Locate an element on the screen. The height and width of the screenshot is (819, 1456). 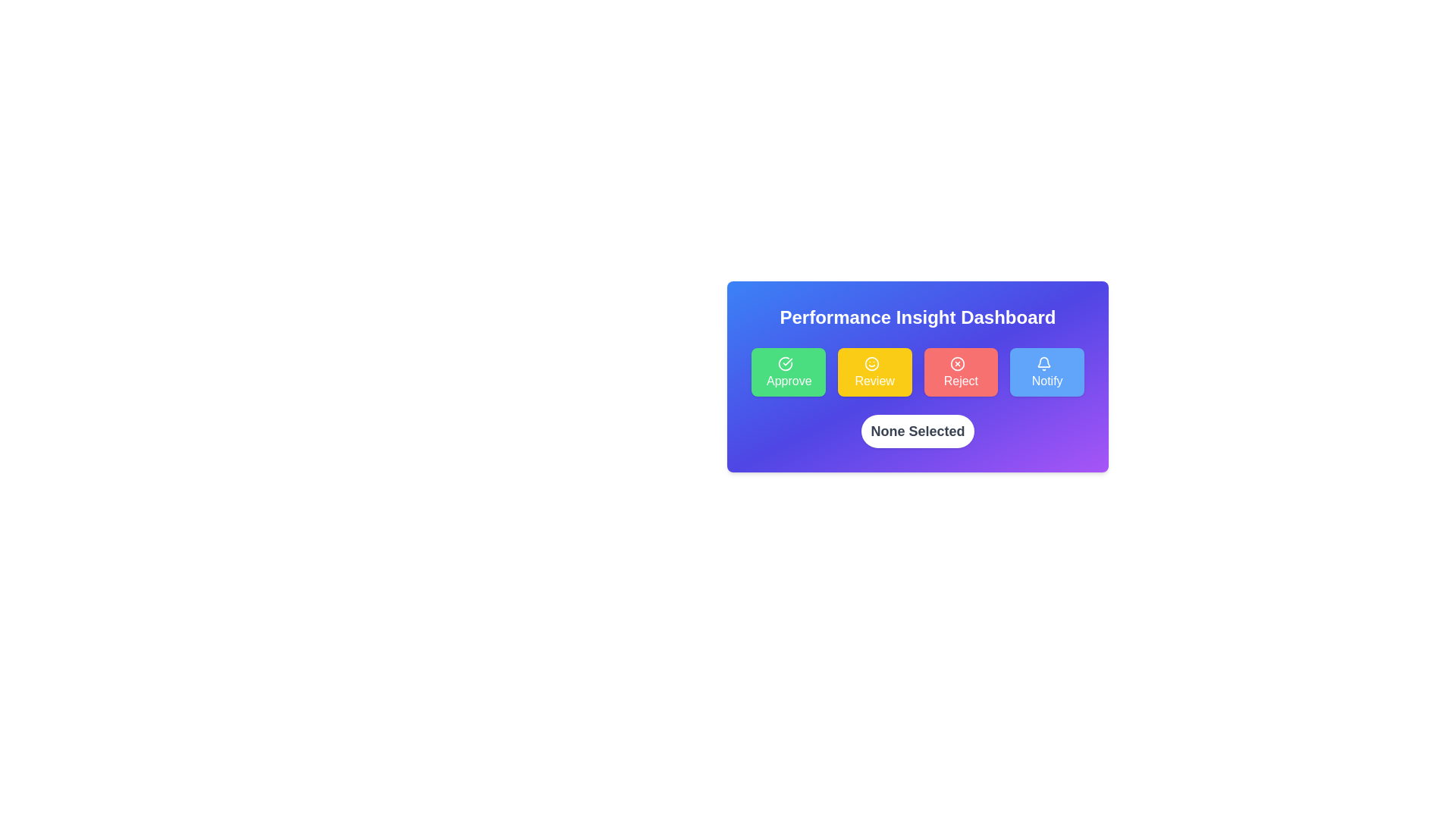
the icon located within the 'Approve' button is located at coordinates (785, 363).